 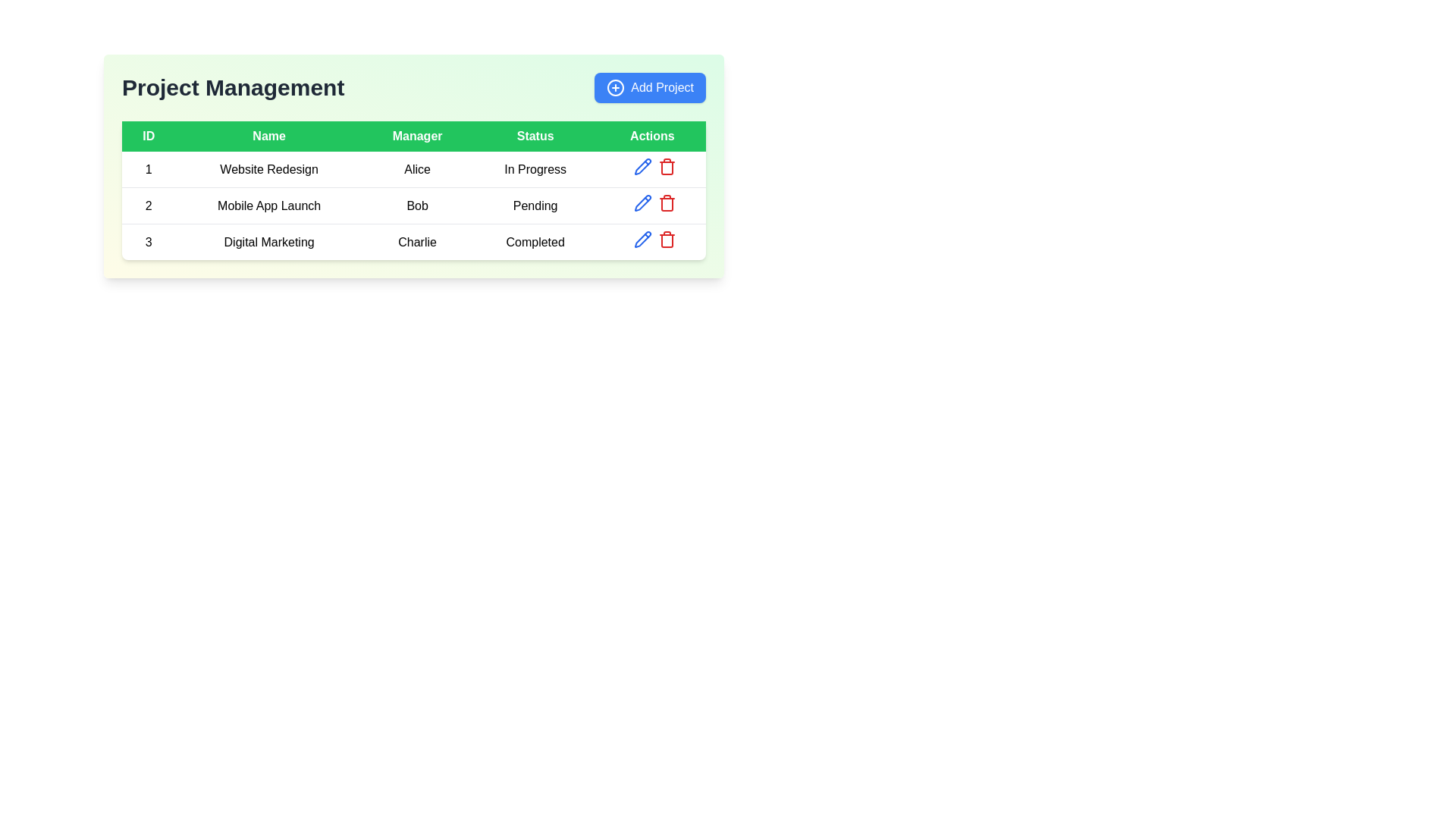 What do you see at coordinates (414, 169) in the screenshot?
I see `the first row of the project management table` at bounding box center [414, 169].